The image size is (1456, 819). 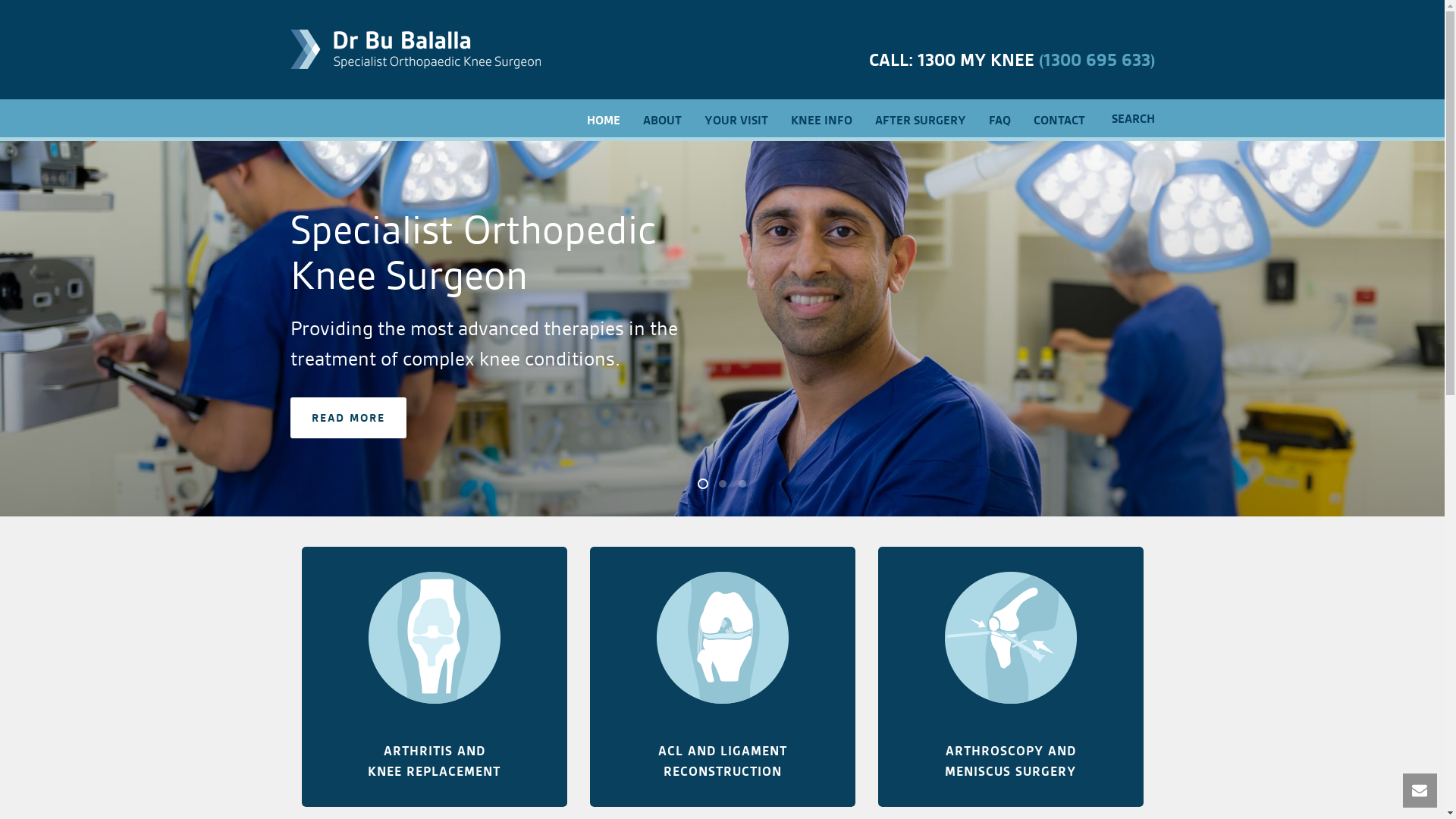 What do you see at coordinates (1096, 118) in the screenshot?
I see `'SEARCH'` at bounding box center [1096, 118].